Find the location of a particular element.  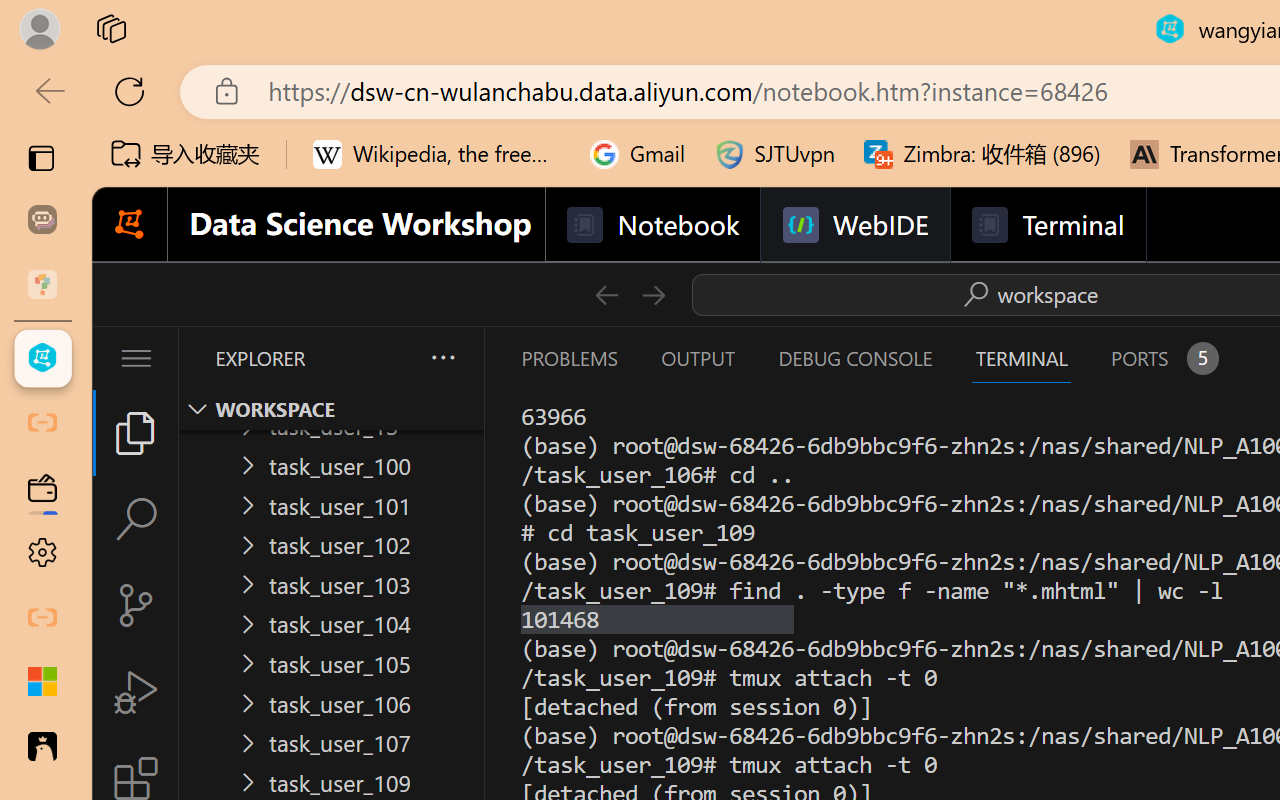

'Wikipedia, the free encyclopedia' is located at coordinates (436, 154).